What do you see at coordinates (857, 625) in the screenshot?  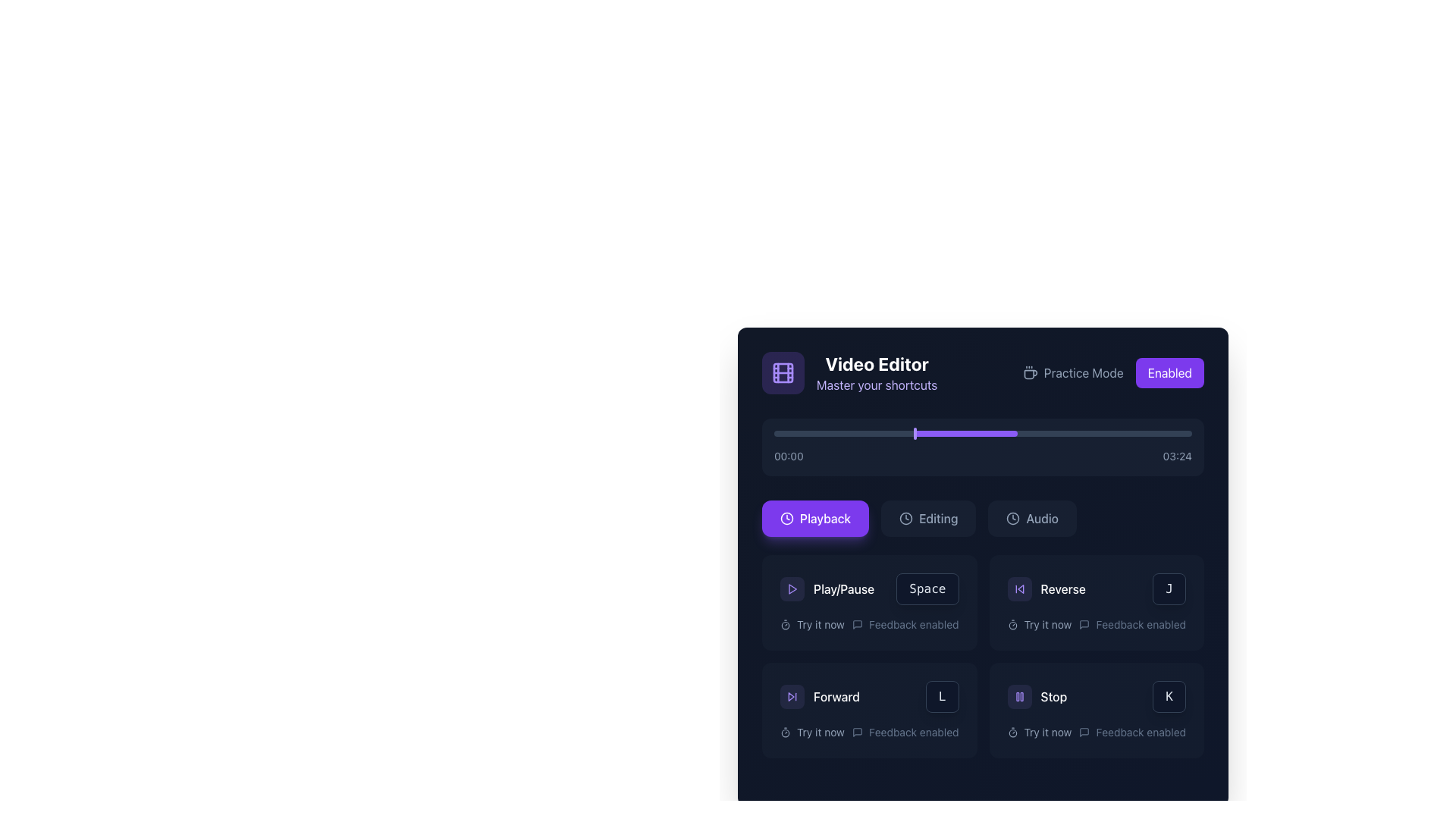 I see `the feedback indicator icon located to the left of the 'Feedback enabled' text to interact with the feedback feature` at bounding box center [857, 625].